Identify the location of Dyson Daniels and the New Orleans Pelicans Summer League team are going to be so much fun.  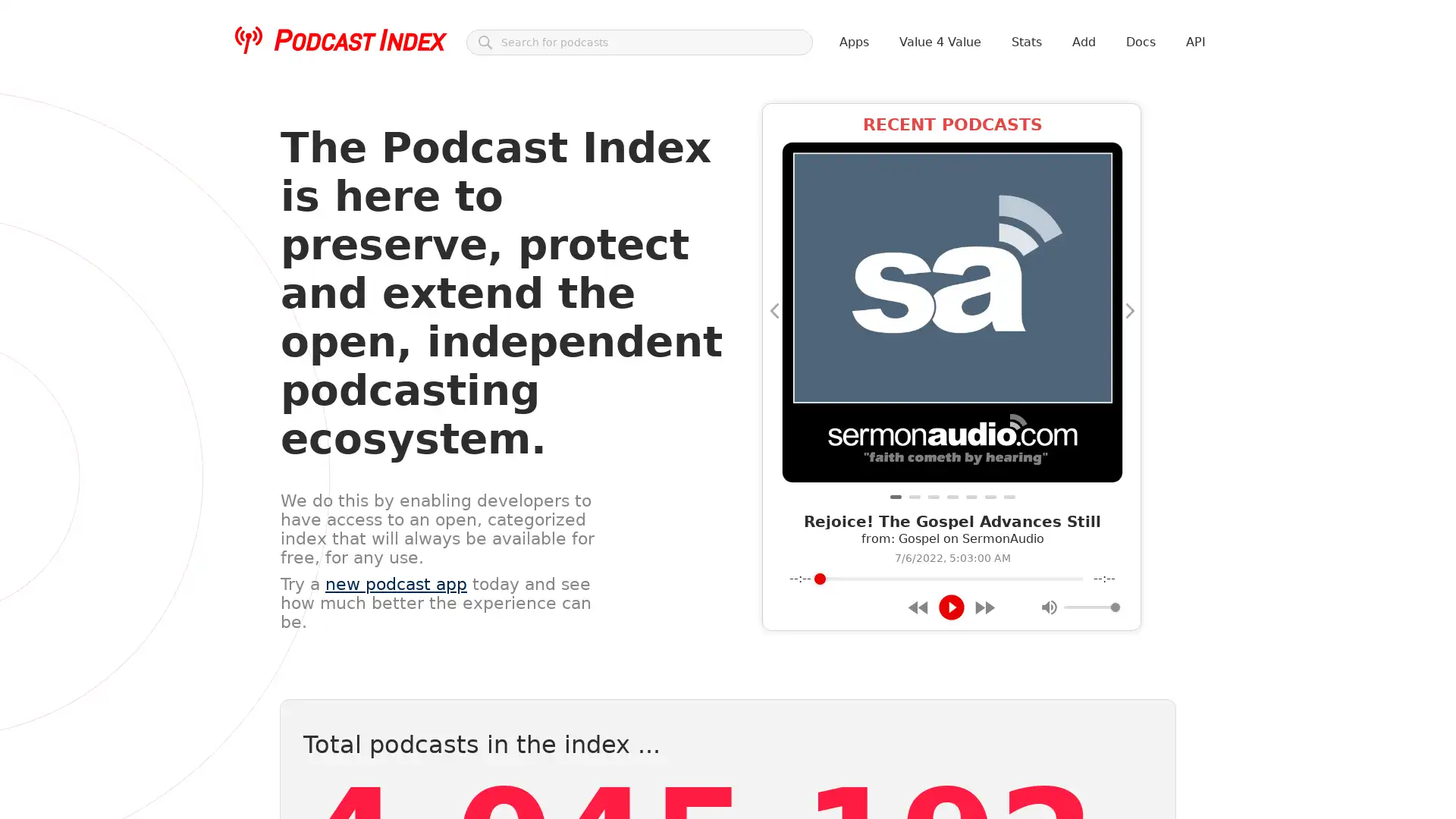
(971, 497).